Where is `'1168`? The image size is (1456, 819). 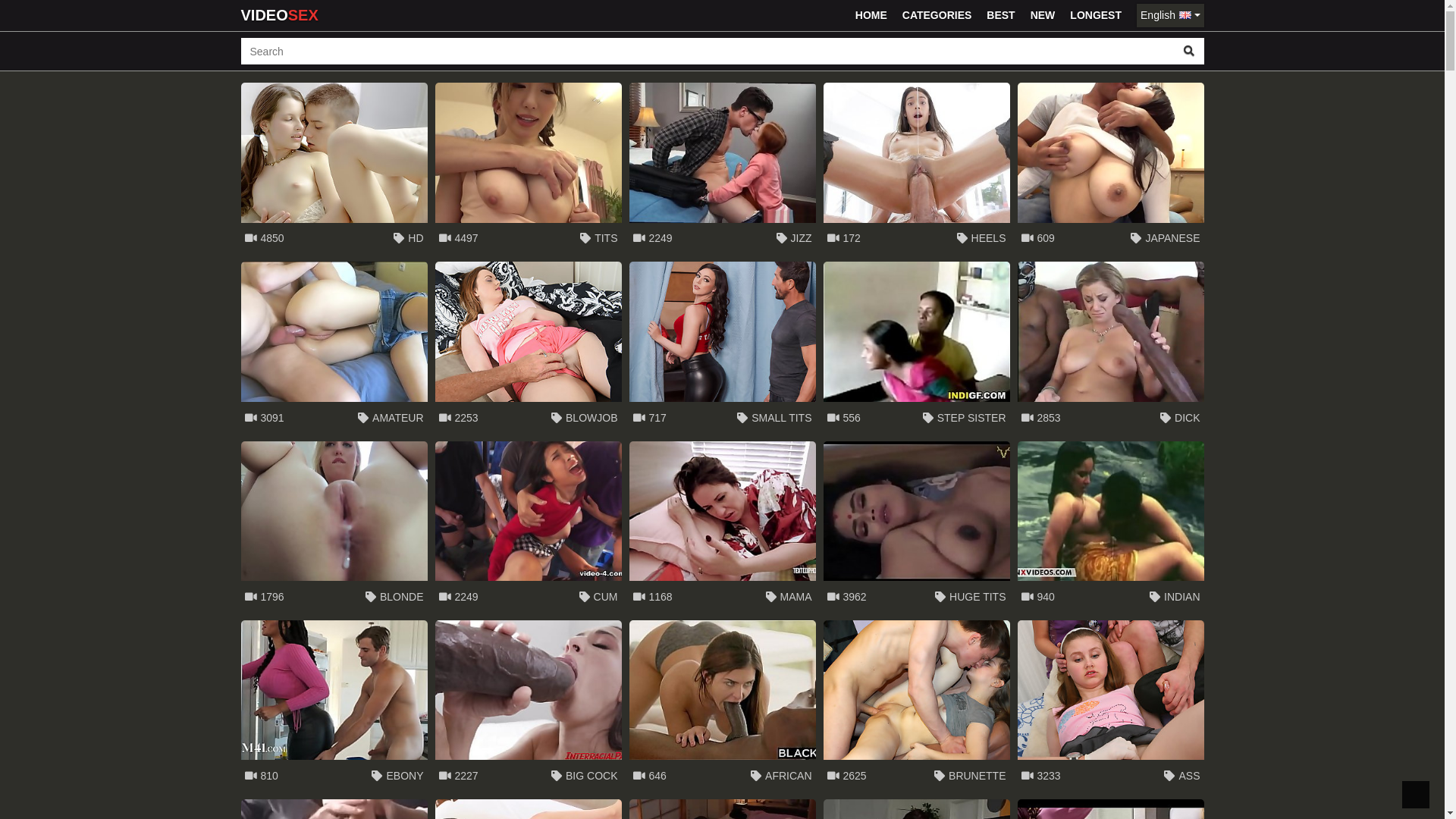 '1168 is located at coordinates (722, 526).